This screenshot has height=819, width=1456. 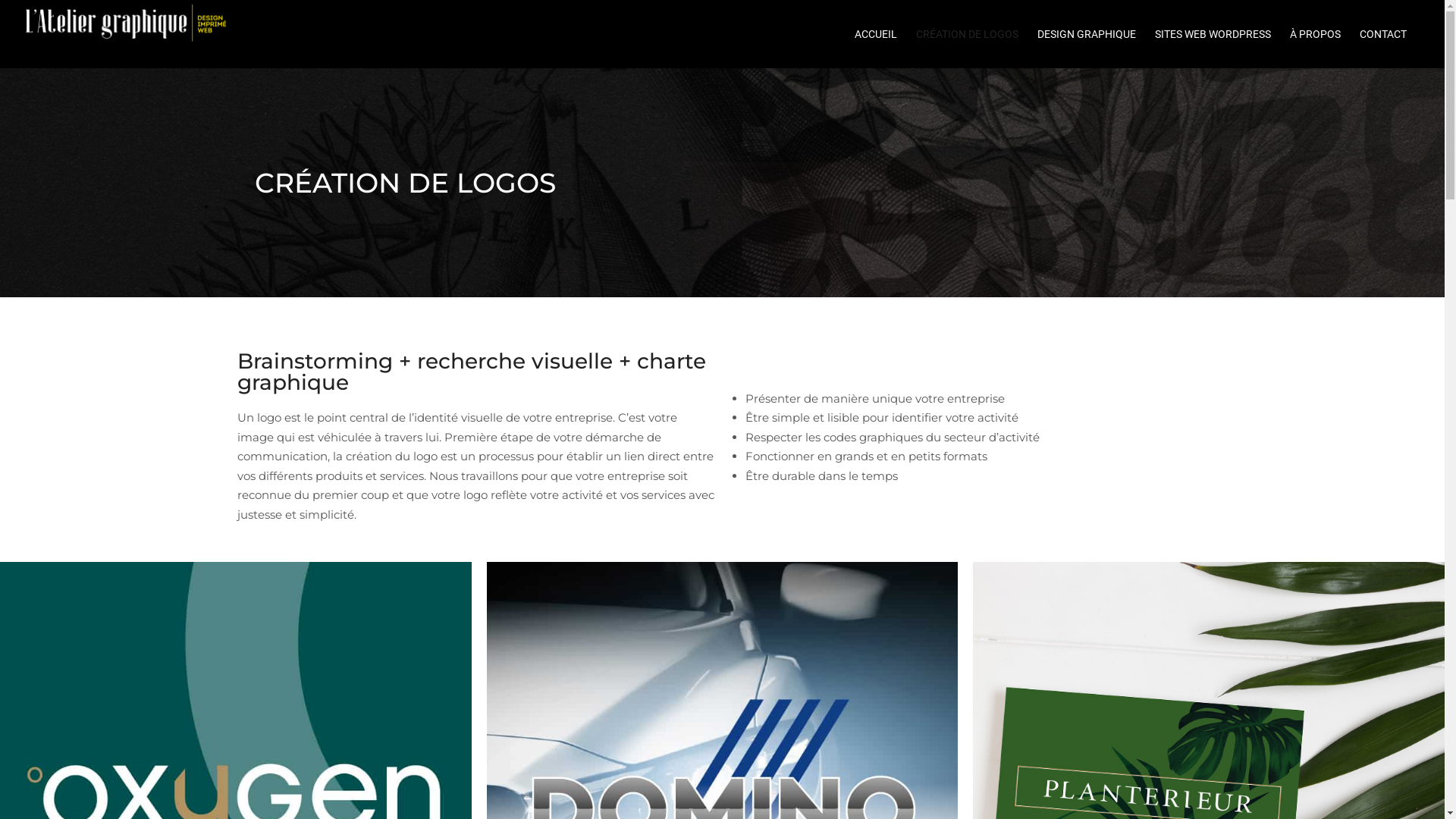 I want to click on 'DESIGN GRAPHIQUE', so click(x=1094, y=34).